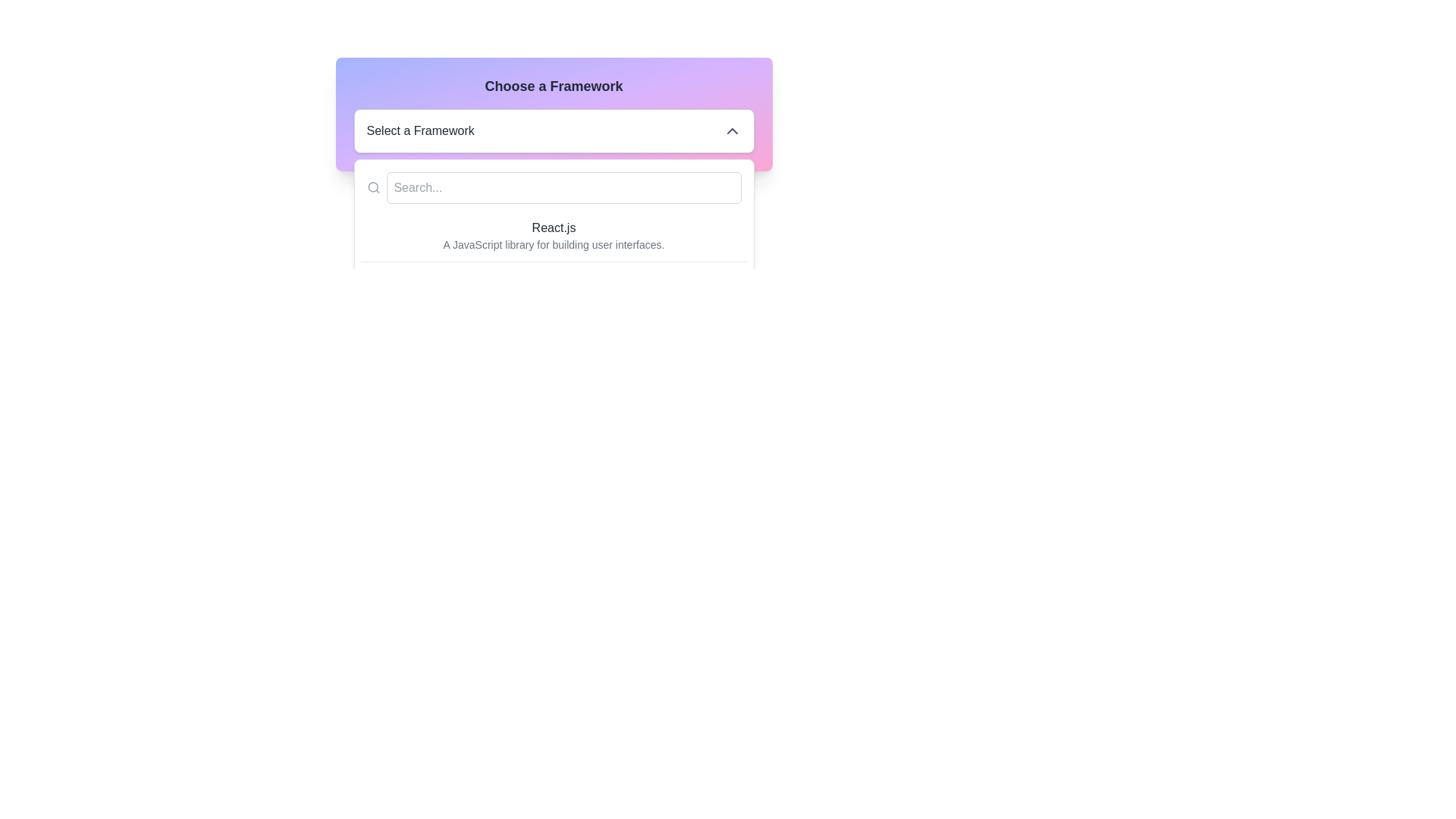 The image size is (1456, 819). What do you see at coordinates (553, 244) in the screenshot?
I see `the text label displaying 'A JavaScript library for building user interfaces.' which is located beneath the bold title 'React.js' in the dropdown list` at bounding box center [553, 244].